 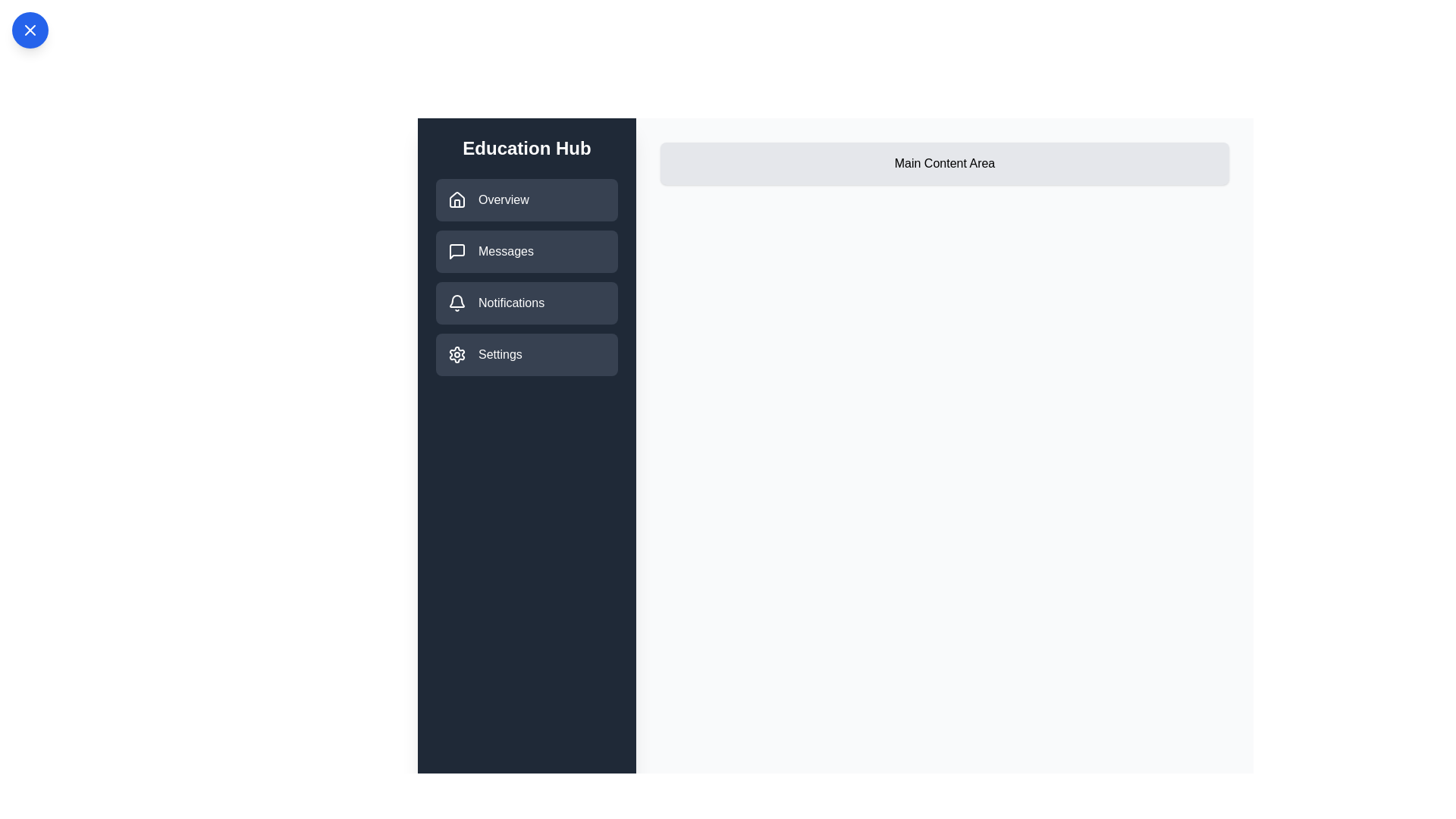 I want to click on the drawer title 'Education Hub', so click(x=527, y=149).